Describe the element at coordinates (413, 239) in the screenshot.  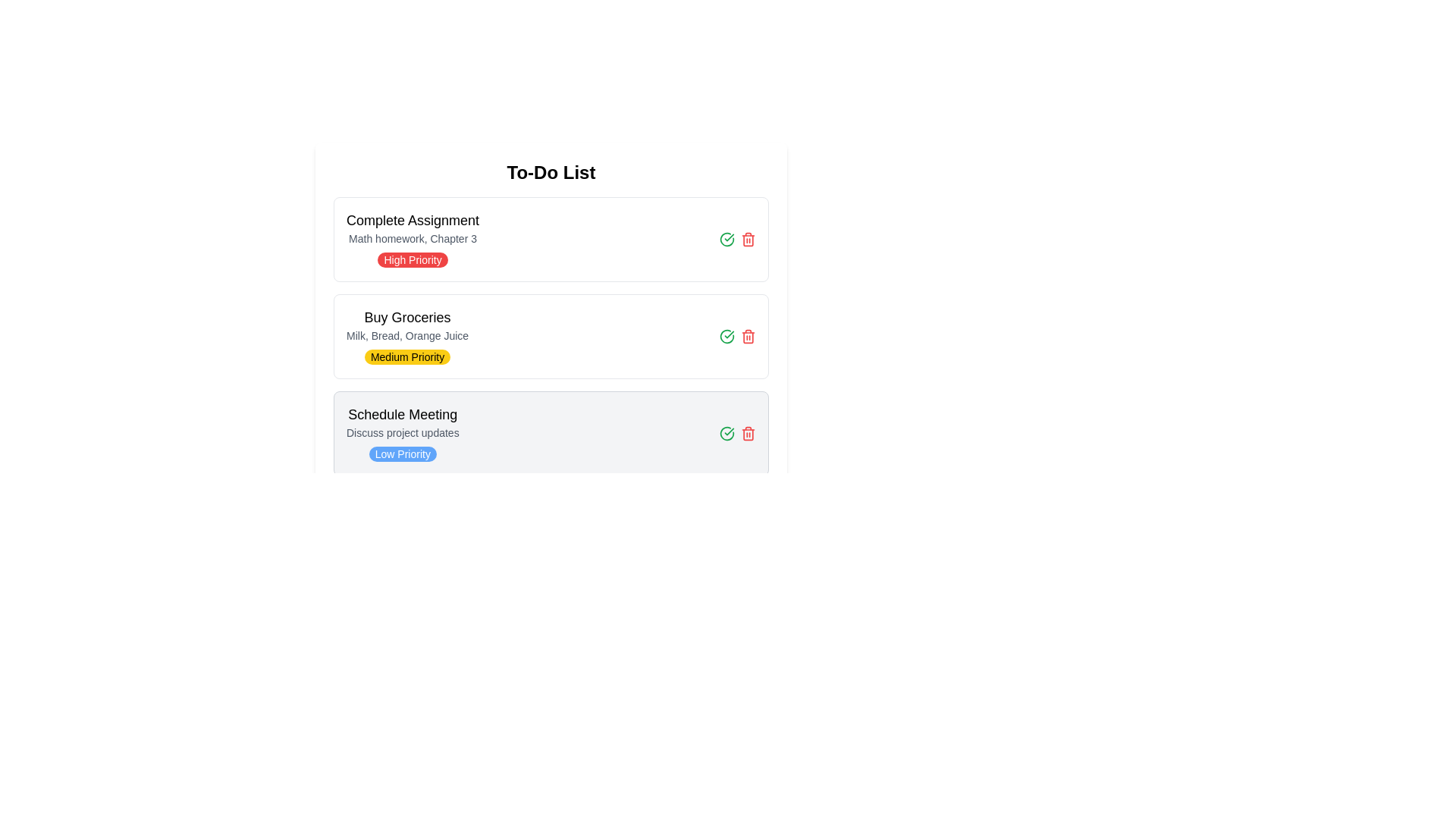
I see `the text label that describes the task 'Complete Assignment', located beneath the bold text and above the 'High Priority' label` at that location.